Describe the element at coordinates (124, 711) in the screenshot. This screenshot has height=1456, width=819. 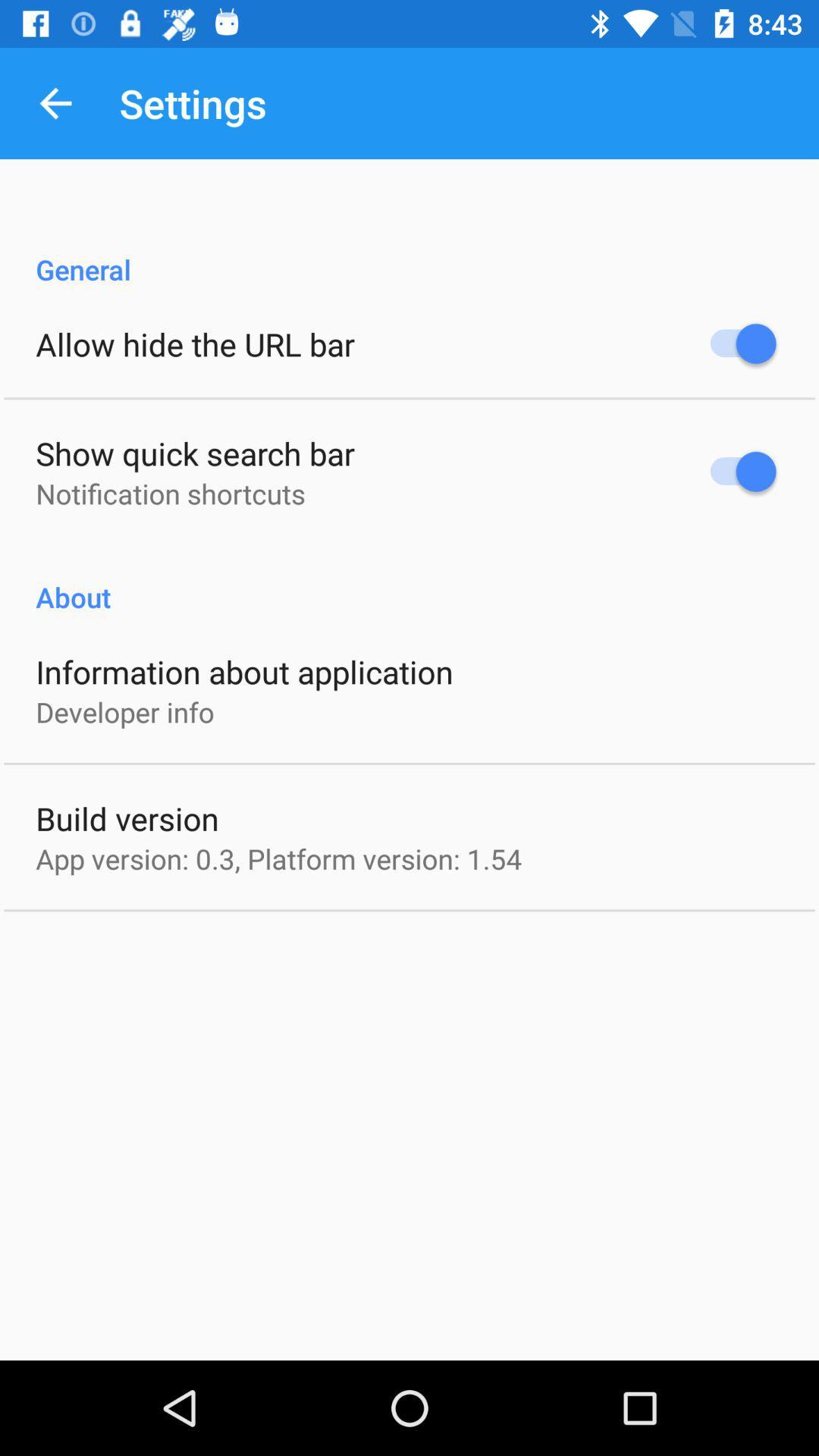
I see `icon below information about application` at that location.